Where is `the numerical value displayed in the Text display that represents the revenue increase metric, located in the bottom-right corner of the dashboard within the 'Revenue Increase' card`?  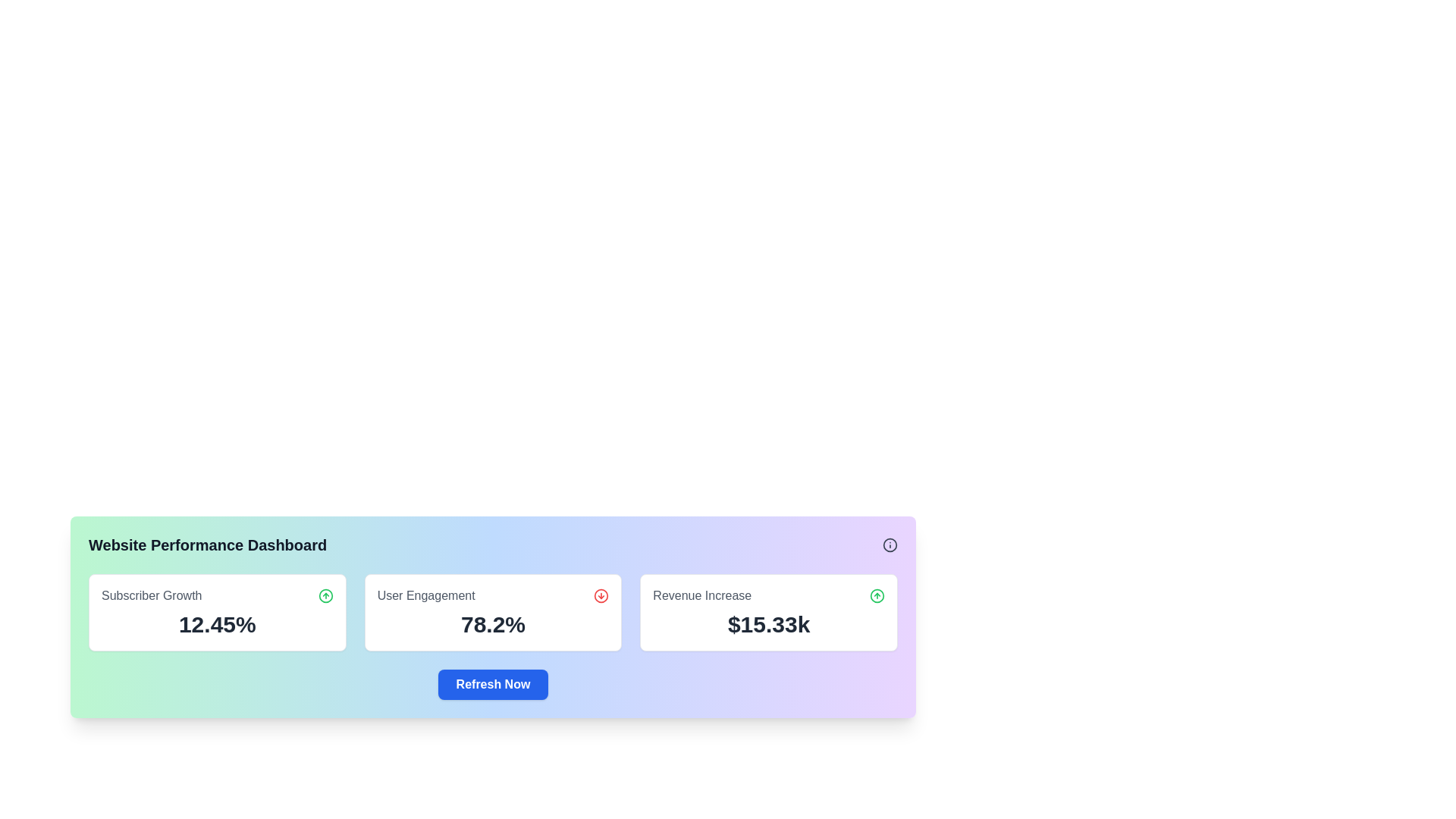 the numerical value displayed in the Text display that represents the revenue increase metric, located in the bottom-right corner of the dashboard within the 'Revenue Increase' card is located at coordinates (769, 625).